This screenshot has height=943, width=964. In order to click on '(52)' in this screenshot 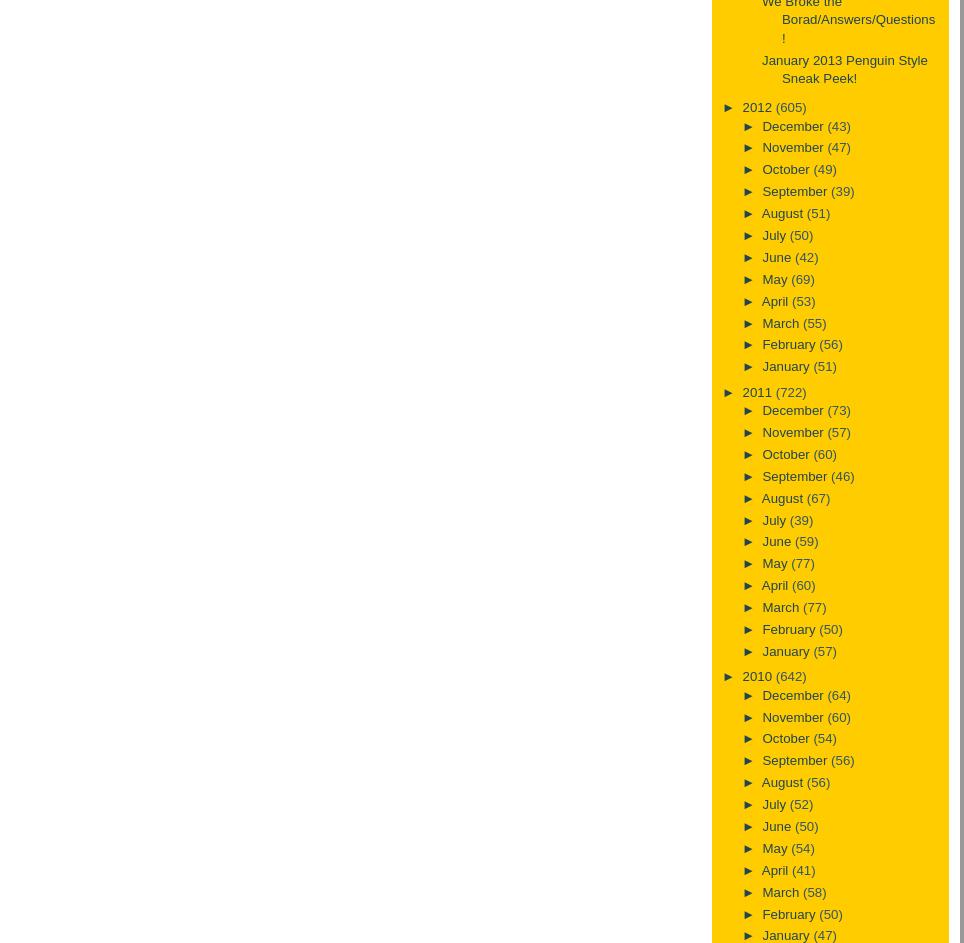, I will do `click(800, 803)`.